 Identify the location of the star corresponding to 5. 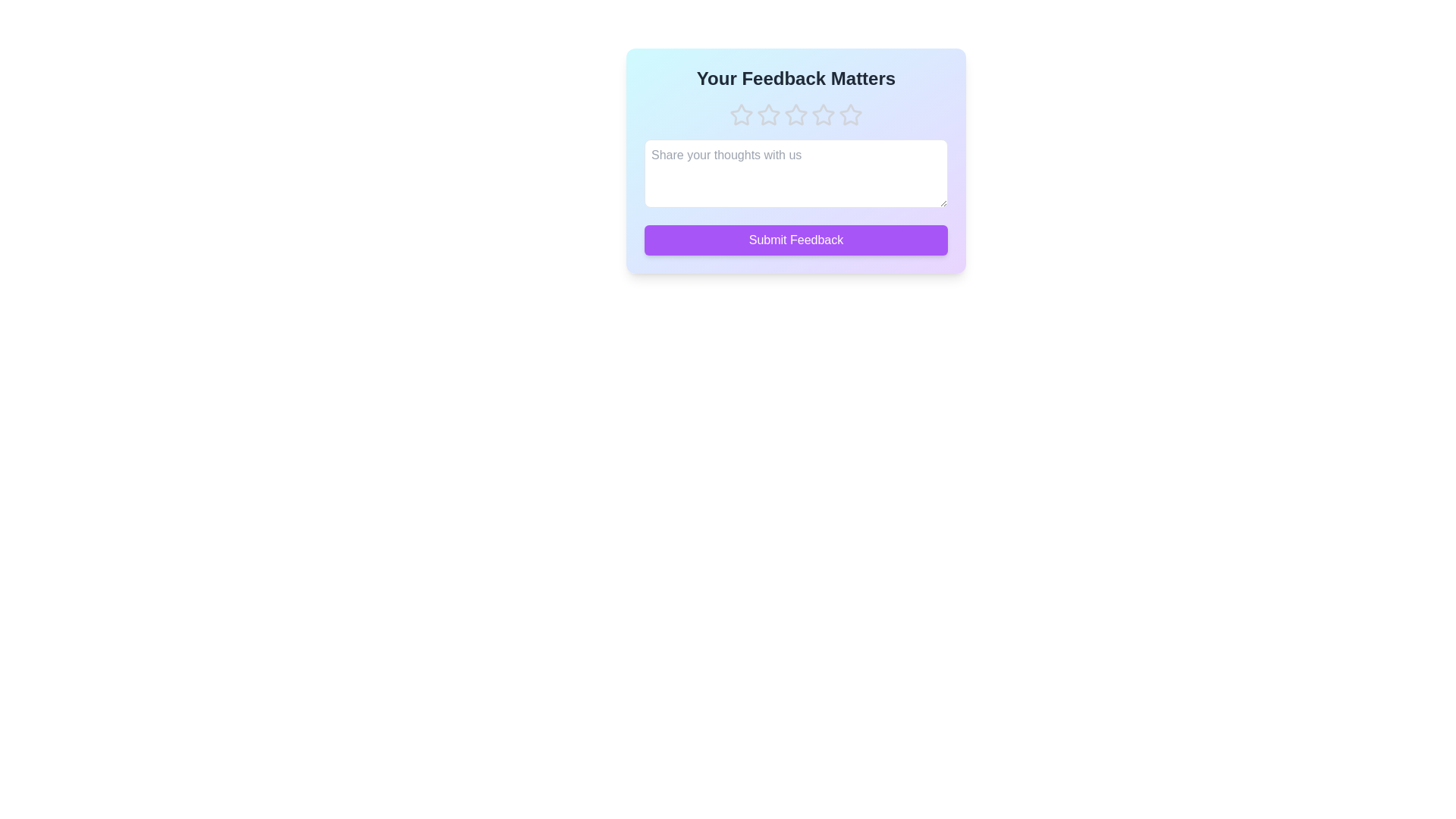
(851, 114).